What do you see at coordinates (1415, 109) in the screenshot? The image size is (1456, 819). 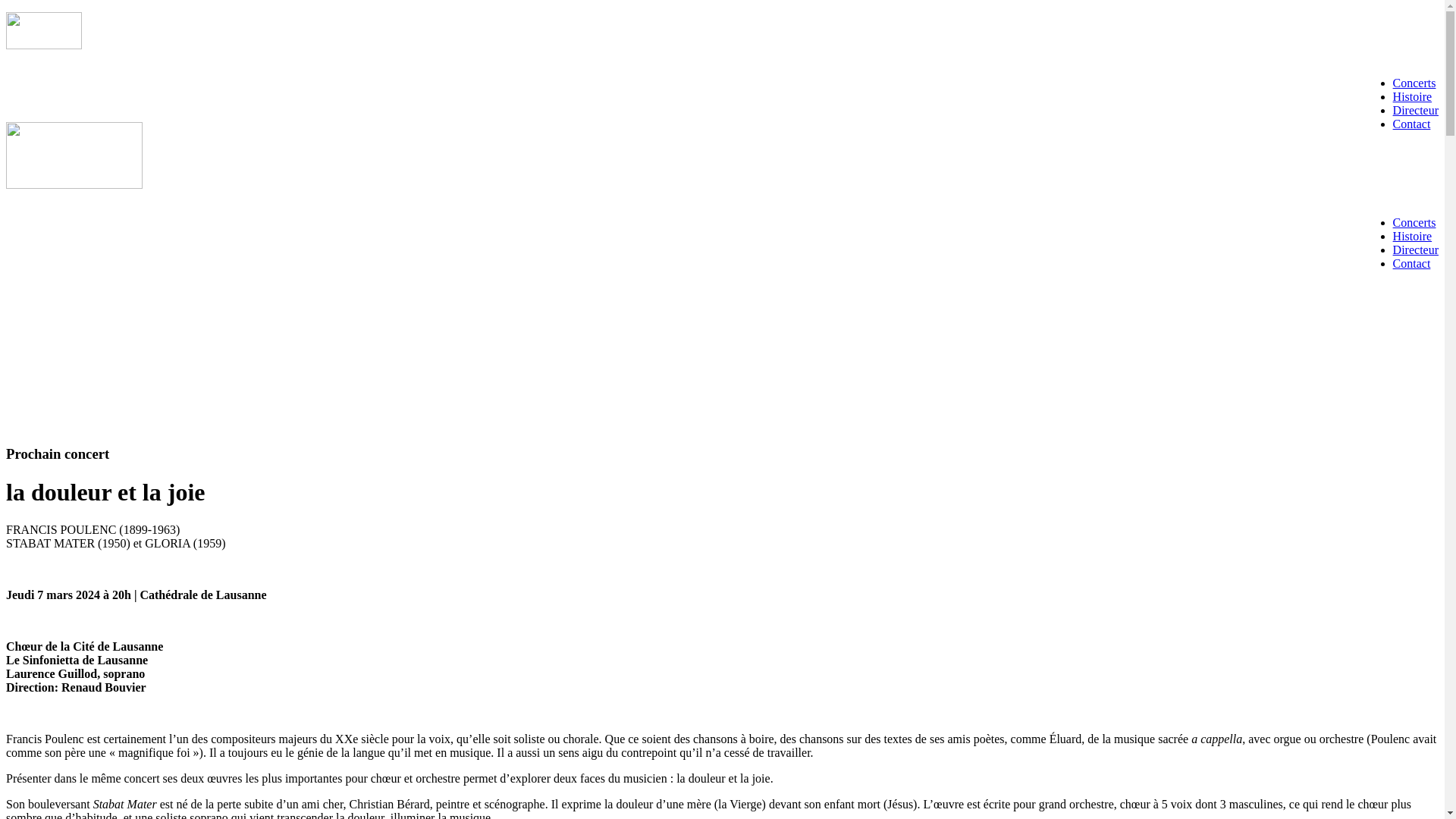 I see `'Directeur'` at bounding box center [1415, 109].